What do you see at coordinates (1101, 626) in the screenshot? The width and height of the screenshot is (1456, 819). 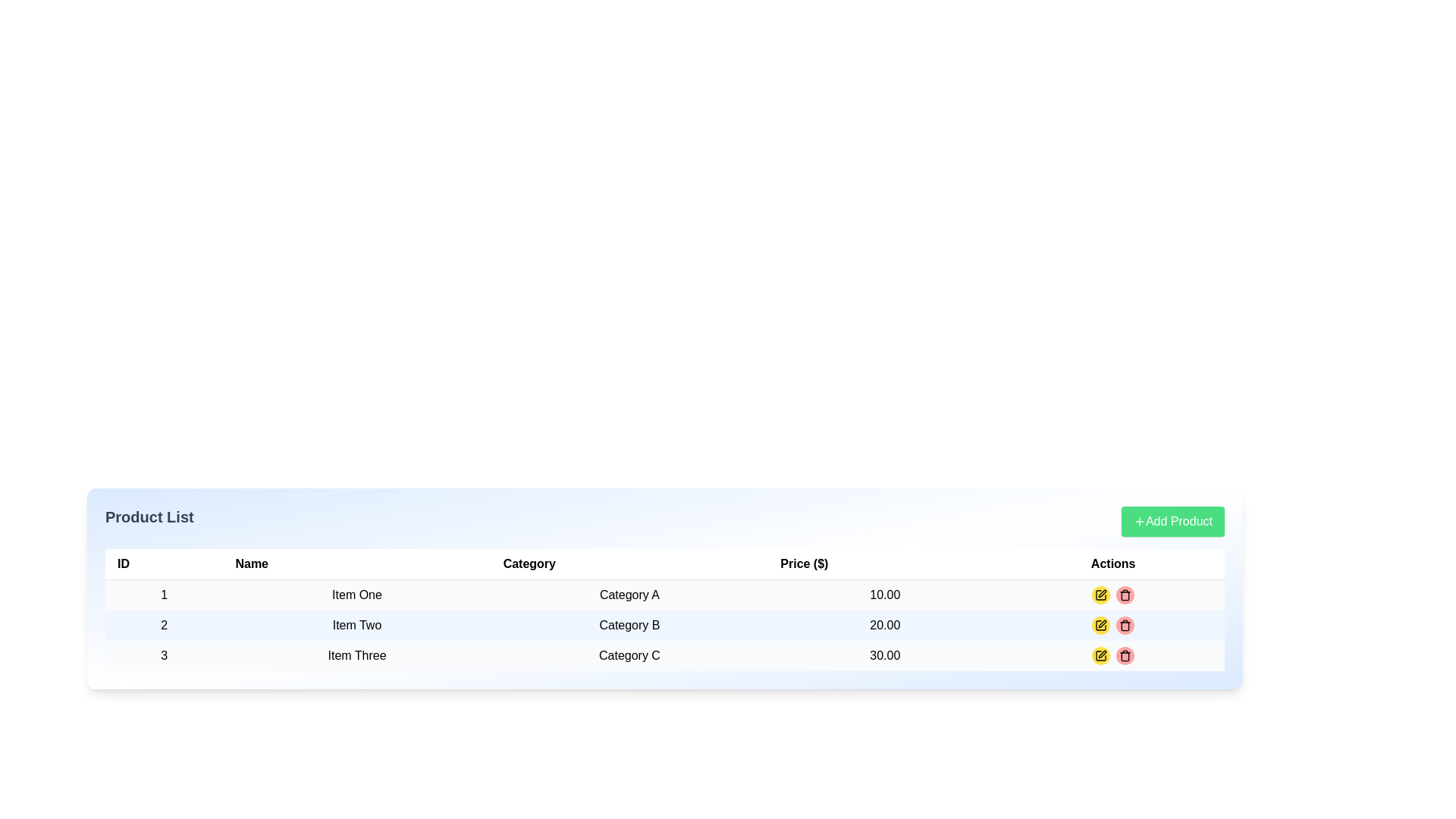 I see `the edit icon resembling a square with a pen` at bounding box center [1101, 626].